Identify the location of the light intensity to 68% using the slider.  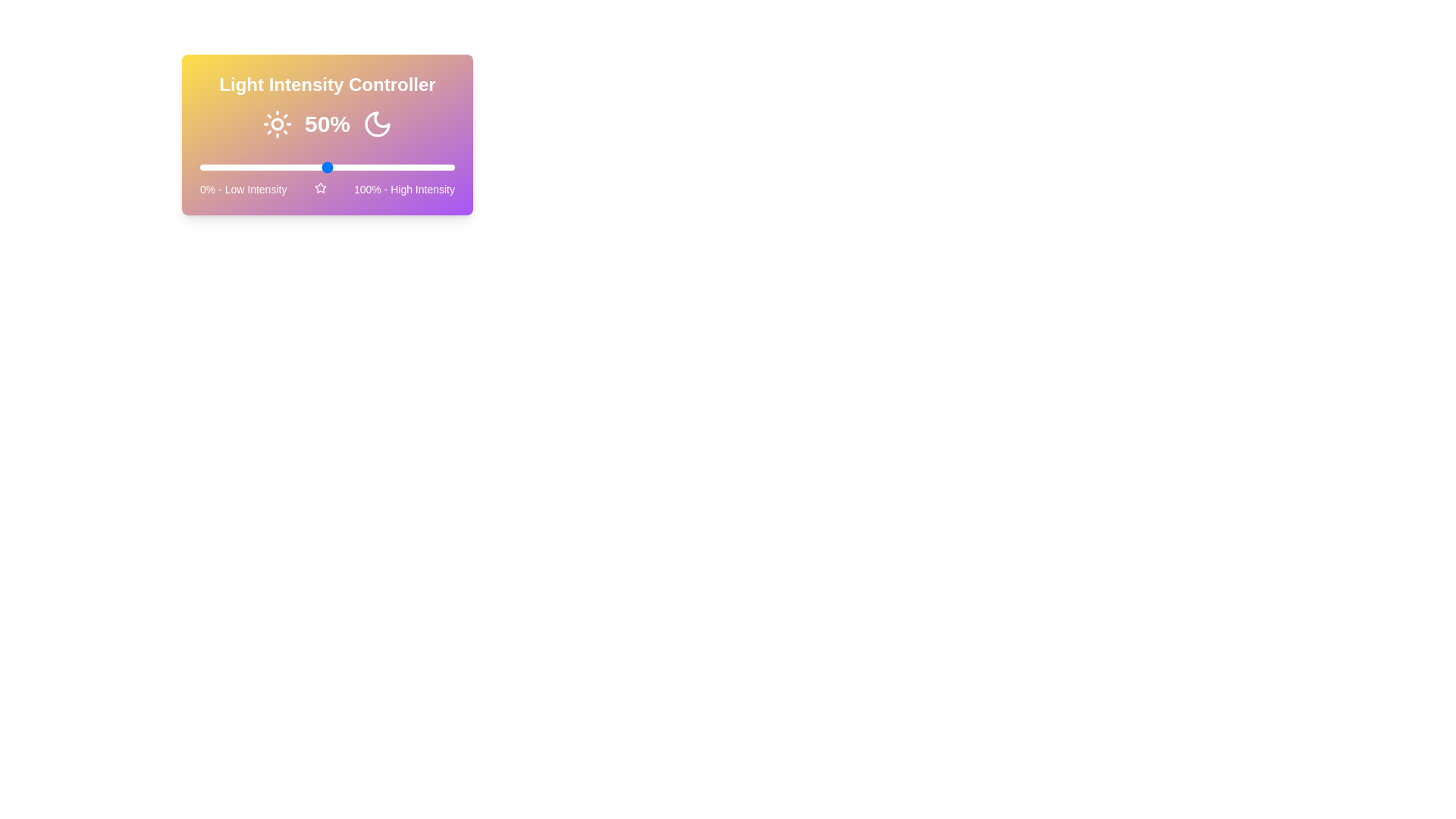
(373, 167).